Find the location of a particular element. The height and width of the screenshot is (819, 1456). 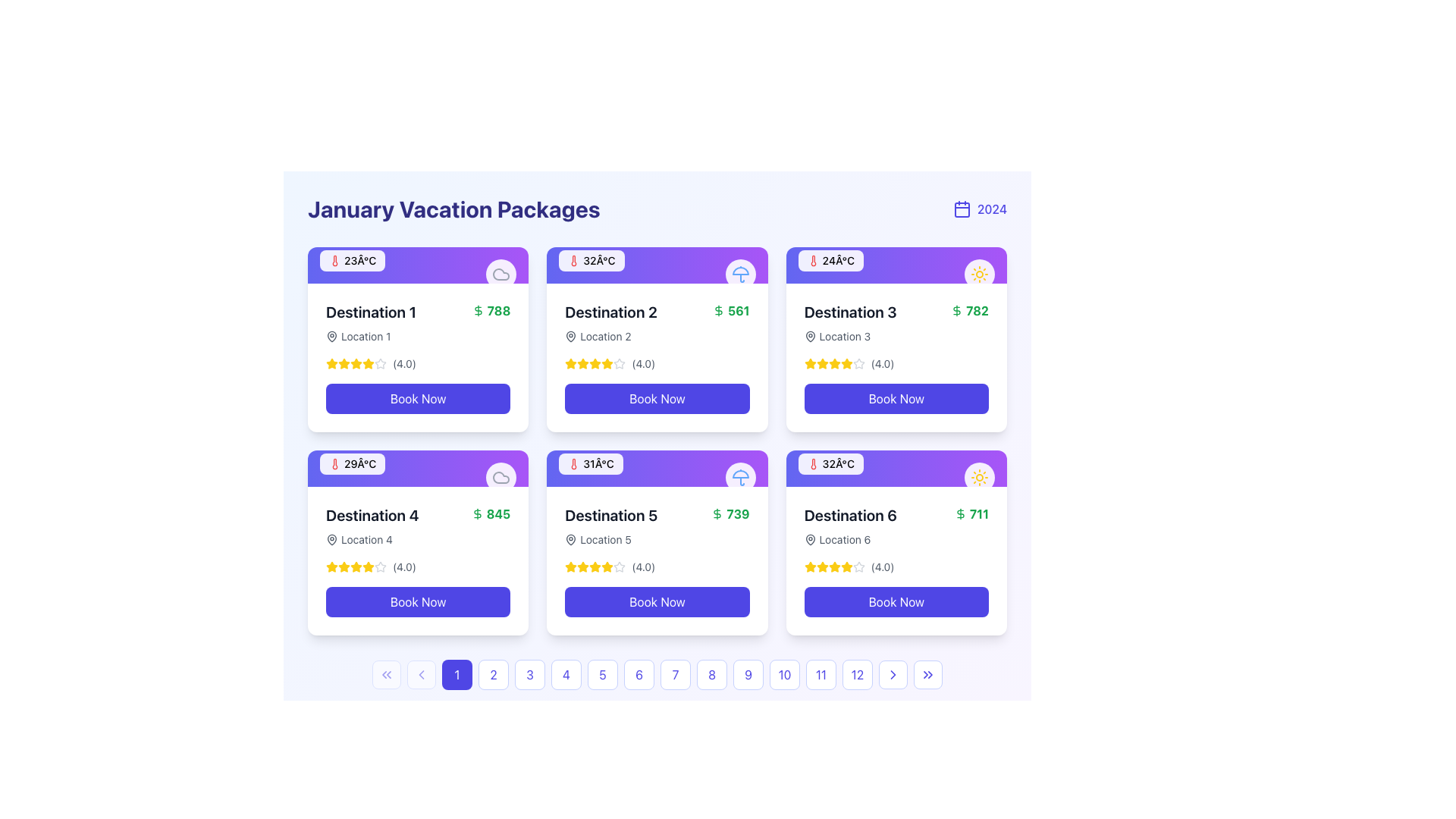

temperature value displayed on the Text label associated with the Destination 5 vacation package, located in the bottom-left corner of the fifth vacation package card is located at coordinates (598, 463).